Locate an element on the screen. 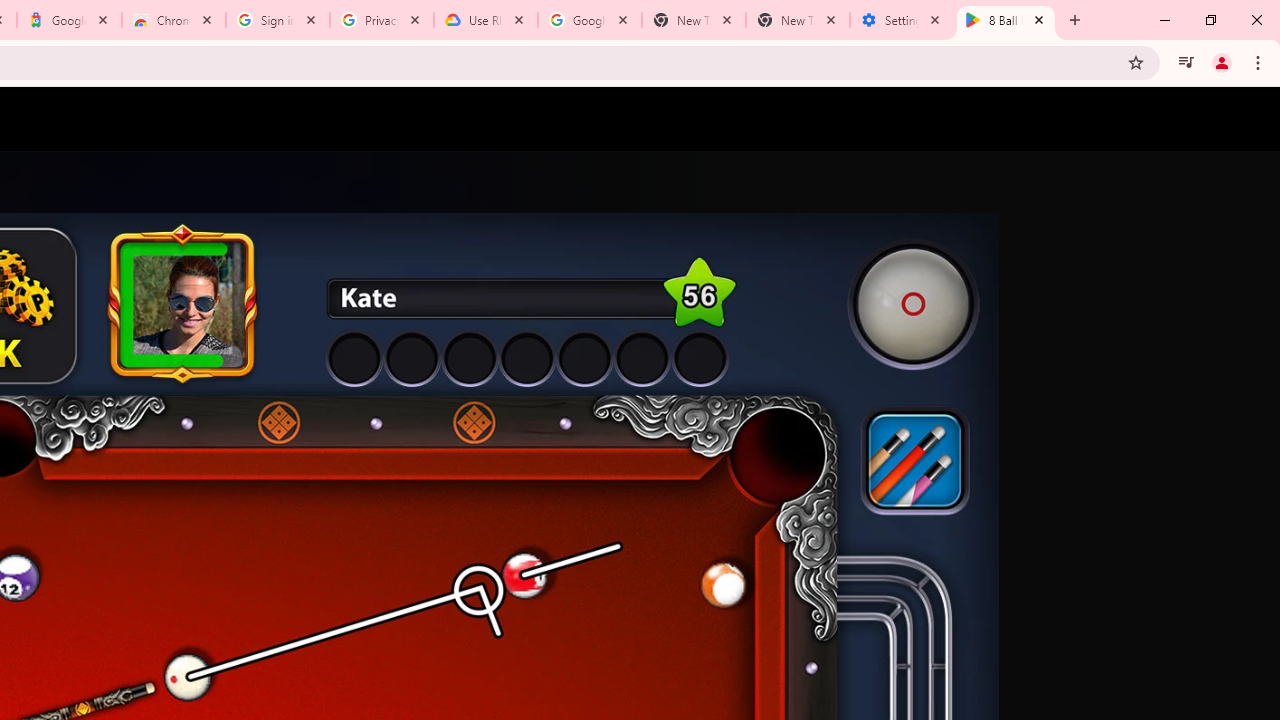 The width and height of the screenshot is (1280, 720). 'Settings - System' is located at coordinates (900, 20).